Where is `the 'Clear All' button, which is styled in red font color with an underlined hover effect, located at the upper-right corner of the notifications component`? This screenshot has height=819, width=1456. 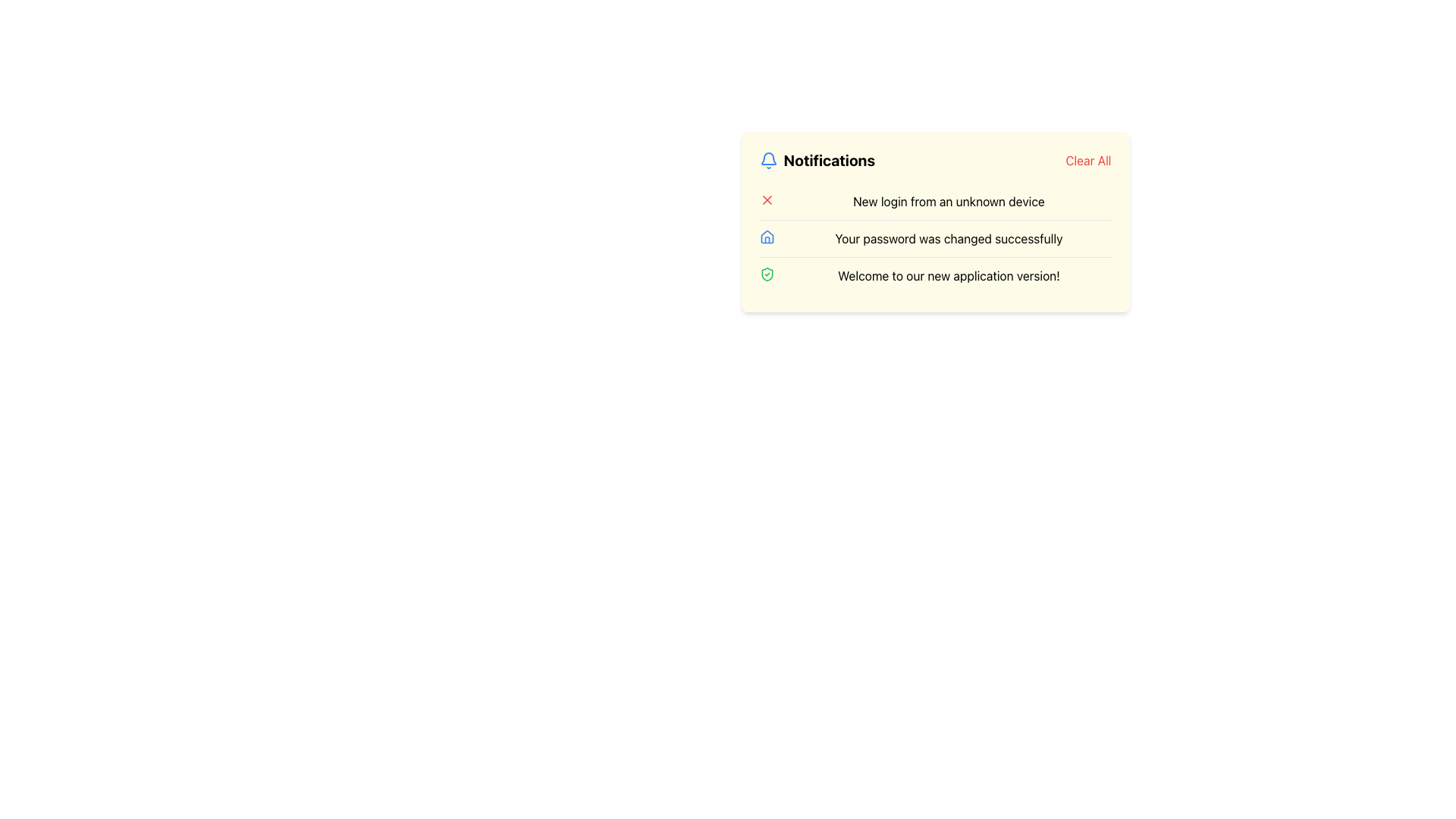 the 'Clear All' button, which is styled in red font color with an underlined hover effect, located at the upper-right corner of the notifications component is located at coordinates (1087, 161).